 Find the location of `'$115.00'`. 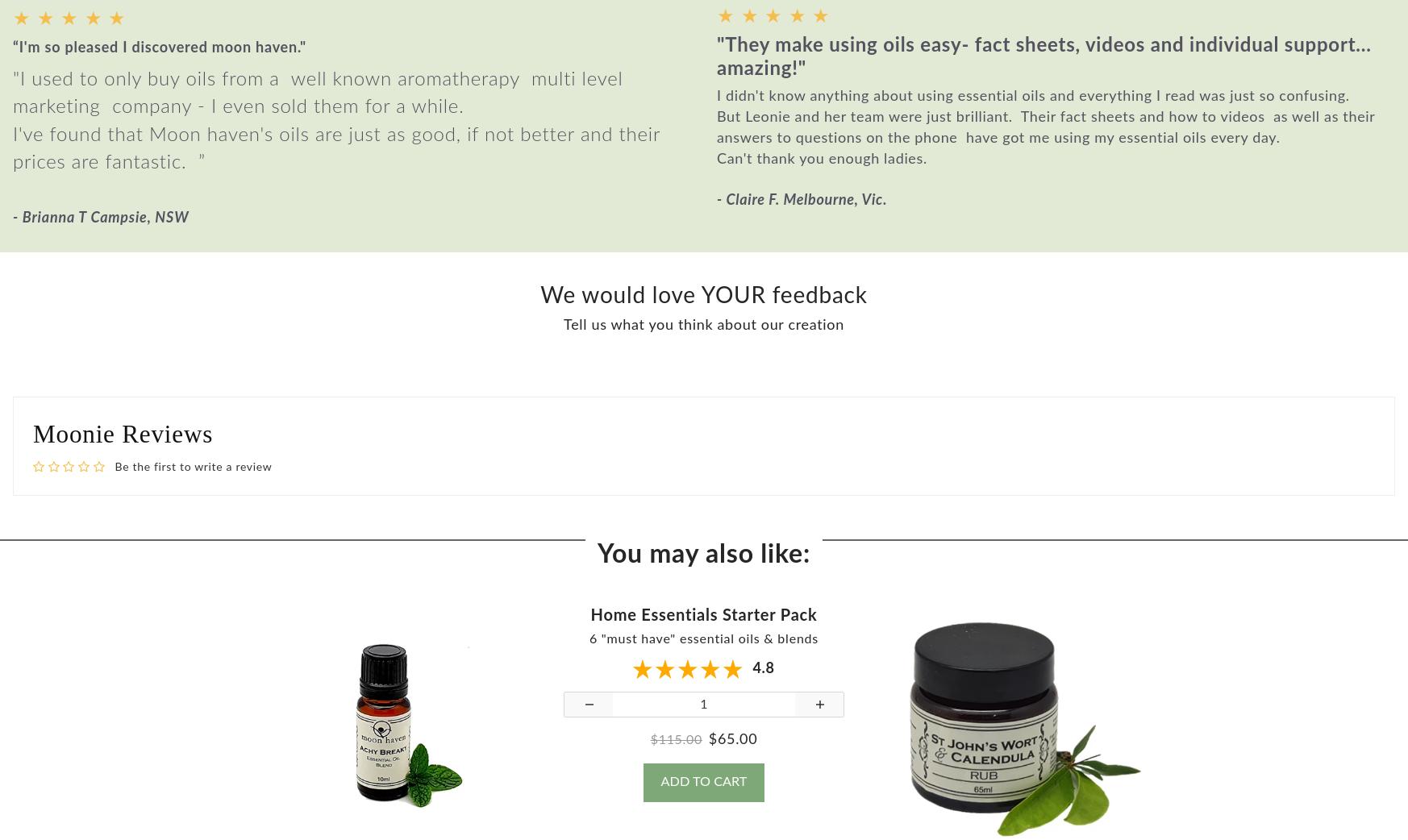

'$115.00' is located at coordinates (676, 751).